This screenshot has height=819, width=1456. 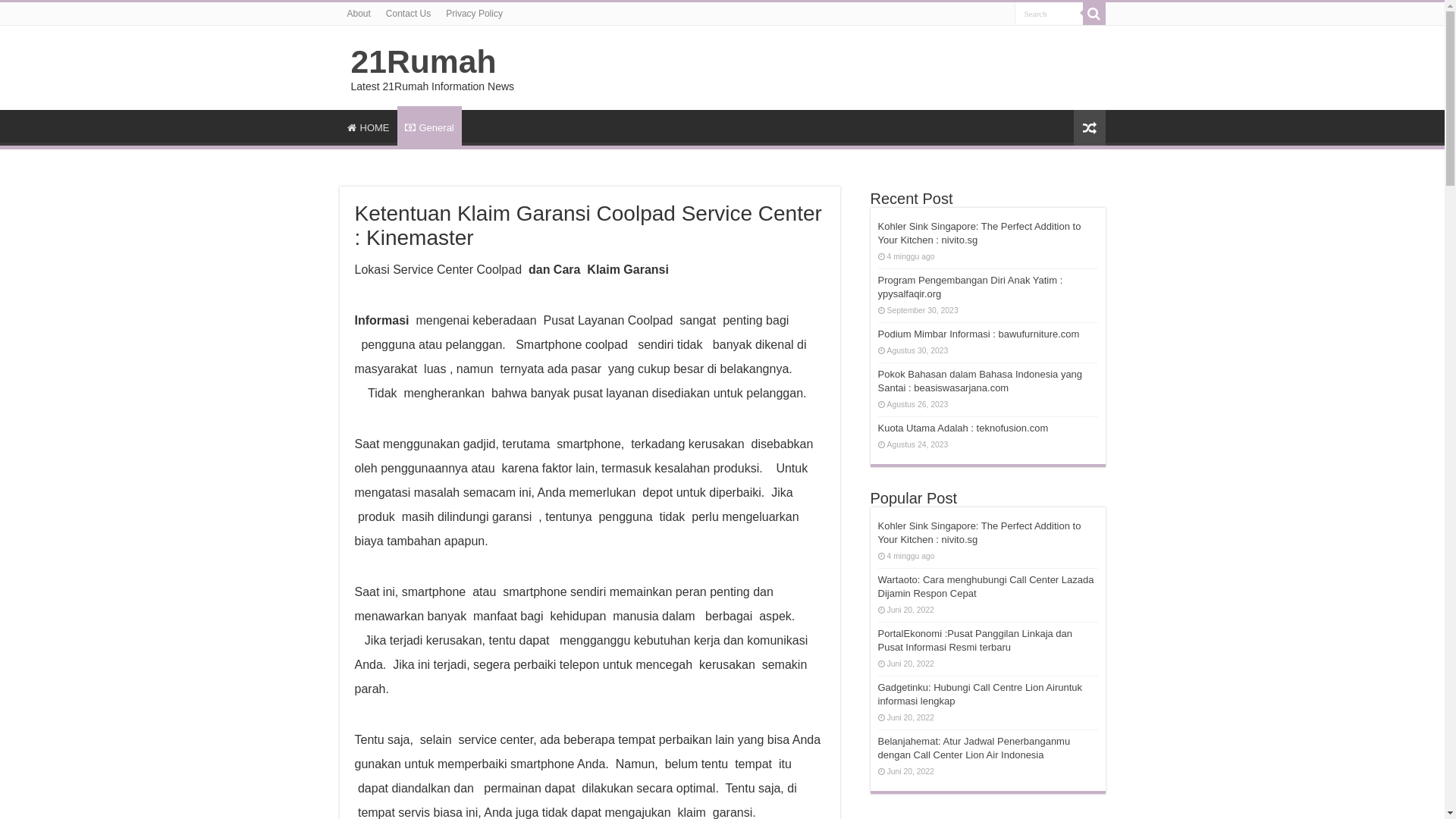 I want to click on 'Program Pengembangan Diri Anak Yatim : ypysalfaqir.org', so click(x=971, y=287).